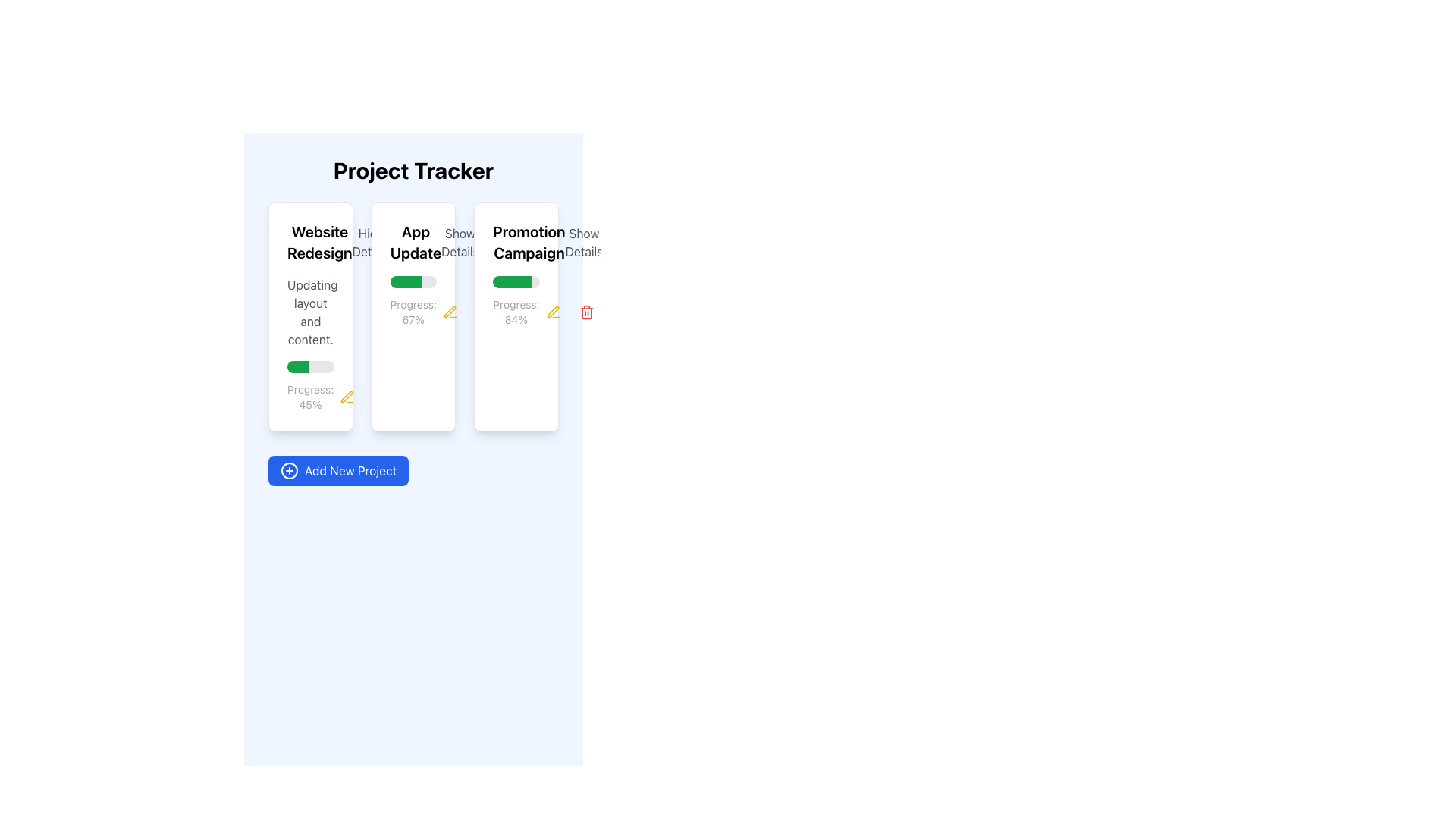  What do you see at coordinates (516, 312) in the screenshot?
I see `text displayed in the Text Display element that shows 'Progress: 84%' located below the green progress bar in the 'Promotion Campaign' section` at bounding box center [516, 312].